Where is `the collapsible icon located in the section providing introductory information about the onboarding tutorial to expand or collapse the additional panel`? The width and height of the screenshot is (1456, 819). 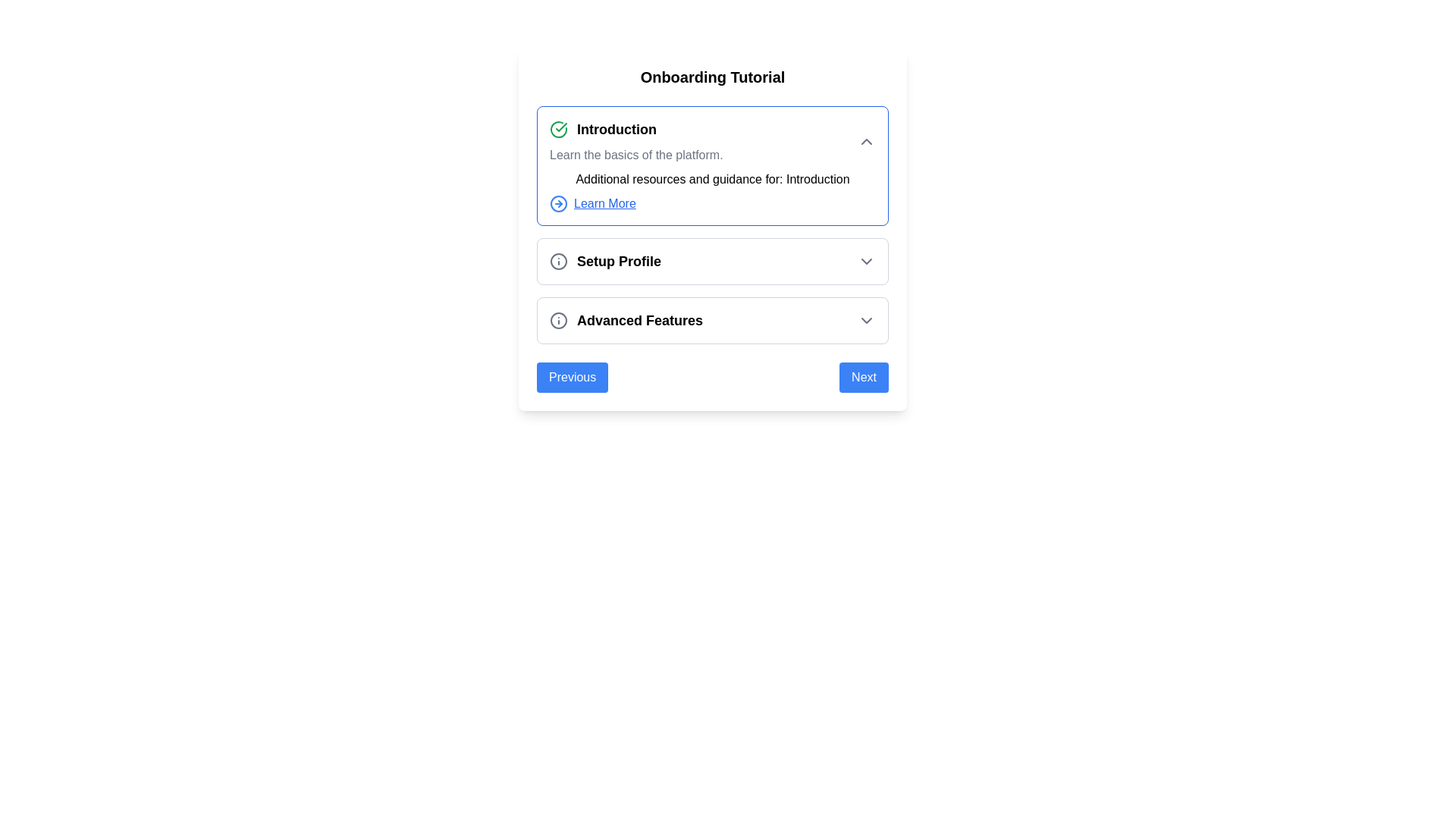 the collapsible icon located in the section providing introductory information about the onboarding tutorial to expand or collapse the additional panel is located at coordinates (712, 225).